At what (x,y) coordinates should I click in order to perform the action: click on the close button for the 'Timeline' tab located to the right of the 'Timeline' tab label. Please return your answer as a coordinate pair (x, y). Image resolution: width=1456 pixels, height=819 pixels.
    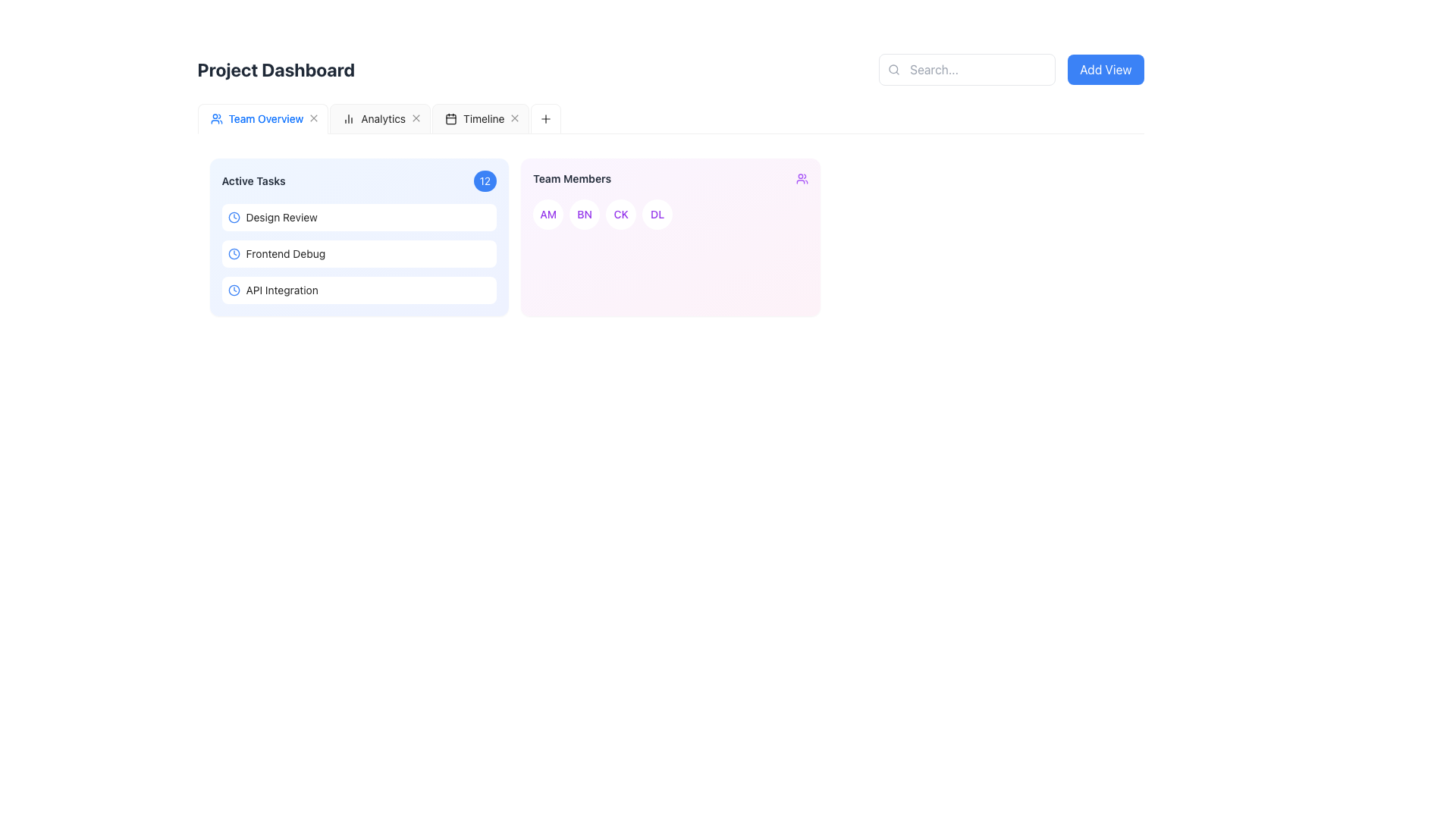
    Looking at the image, I should click on (515, 118).